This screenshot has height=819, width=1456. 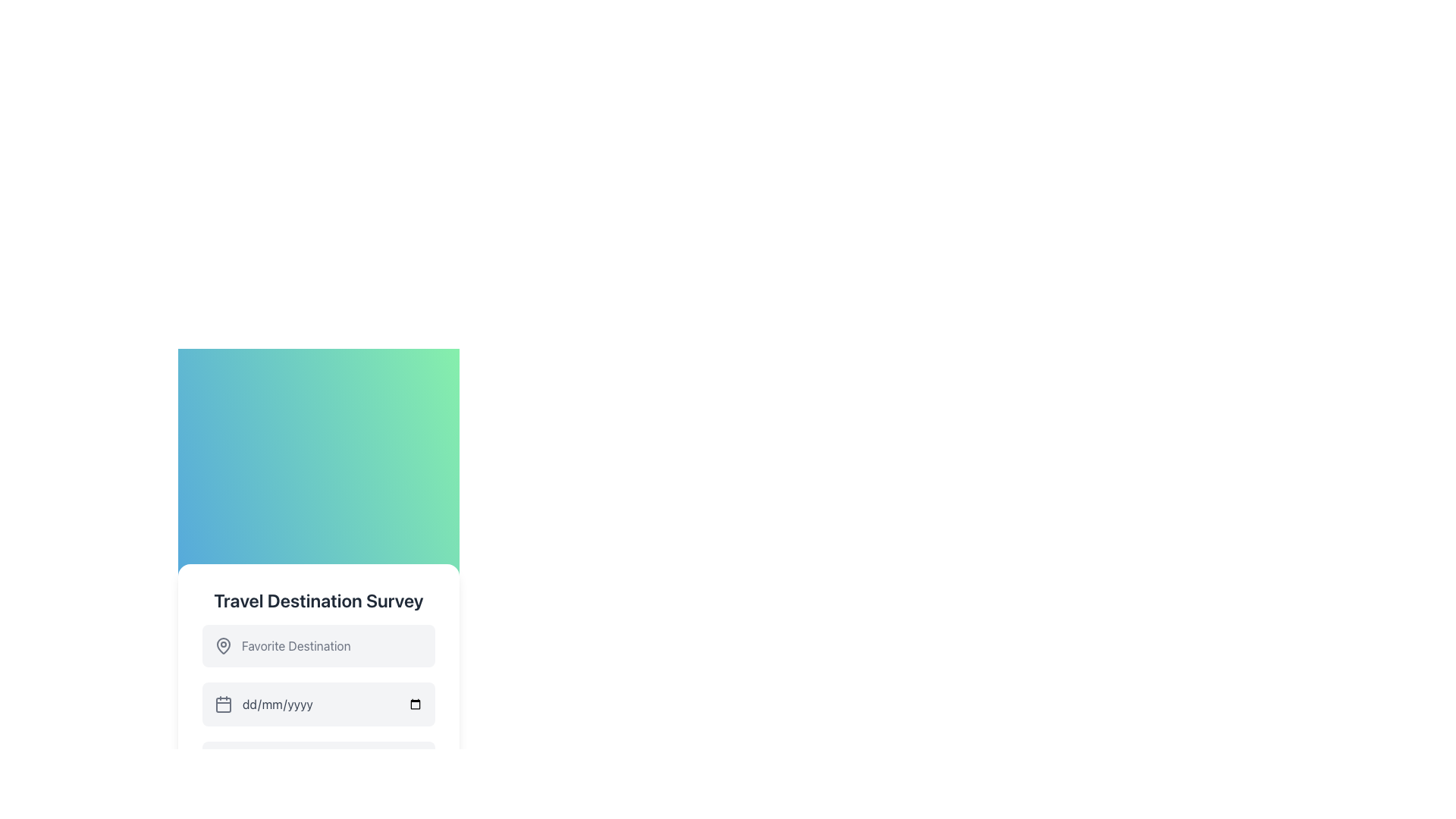 I want to click on the gray border of the map pin icon that is positioned to the left of the text 'Favorite Destination', so click(x=222, y=645).